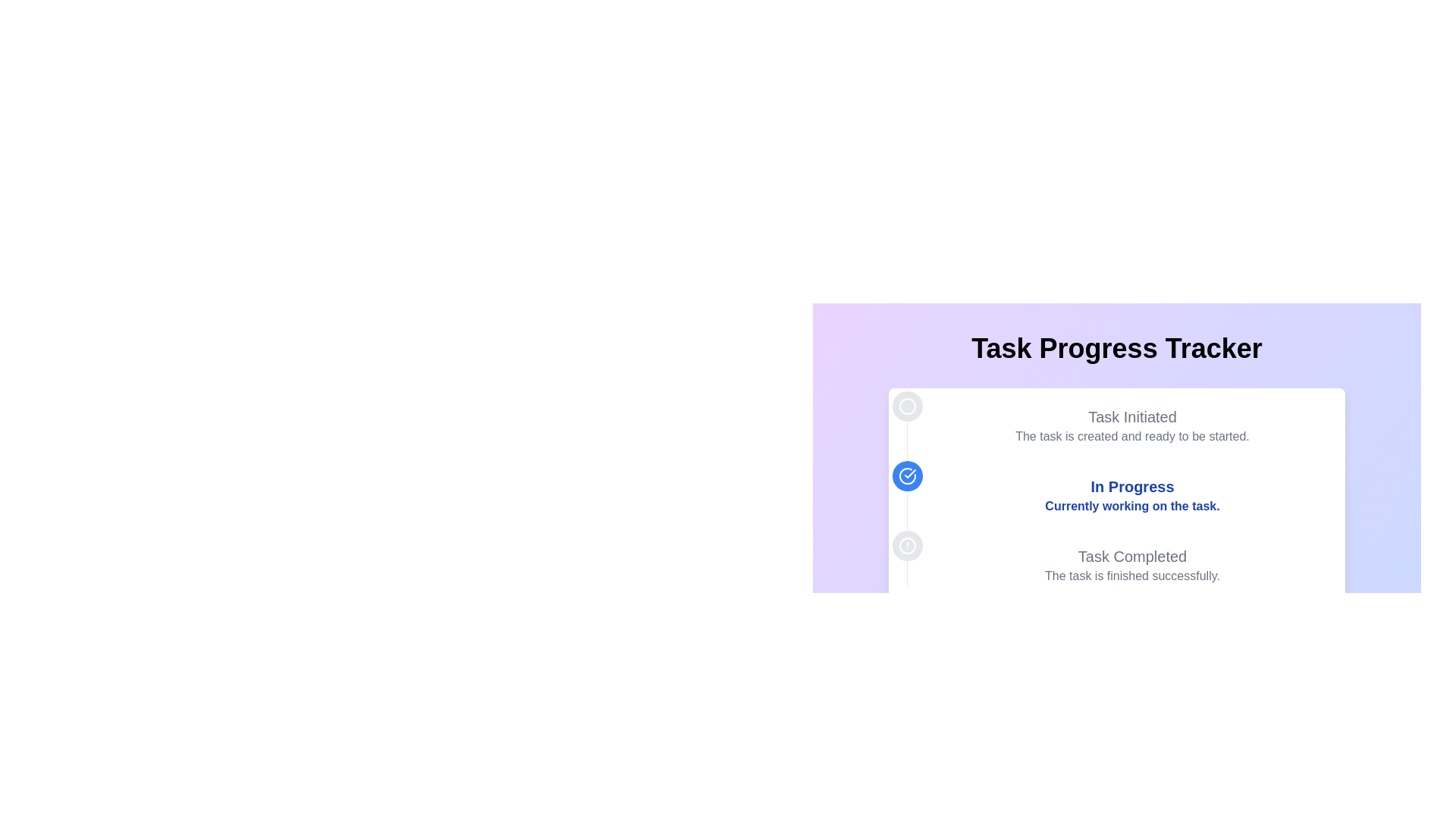 The height and width of the screenshot is (819, 1456). Describe the element at coordinates (1117, 496) in the screenshot. I see `the informational text block representing the current status in the task progress tracker, which is the second milestone in a vertical list of three progress points` at that location.